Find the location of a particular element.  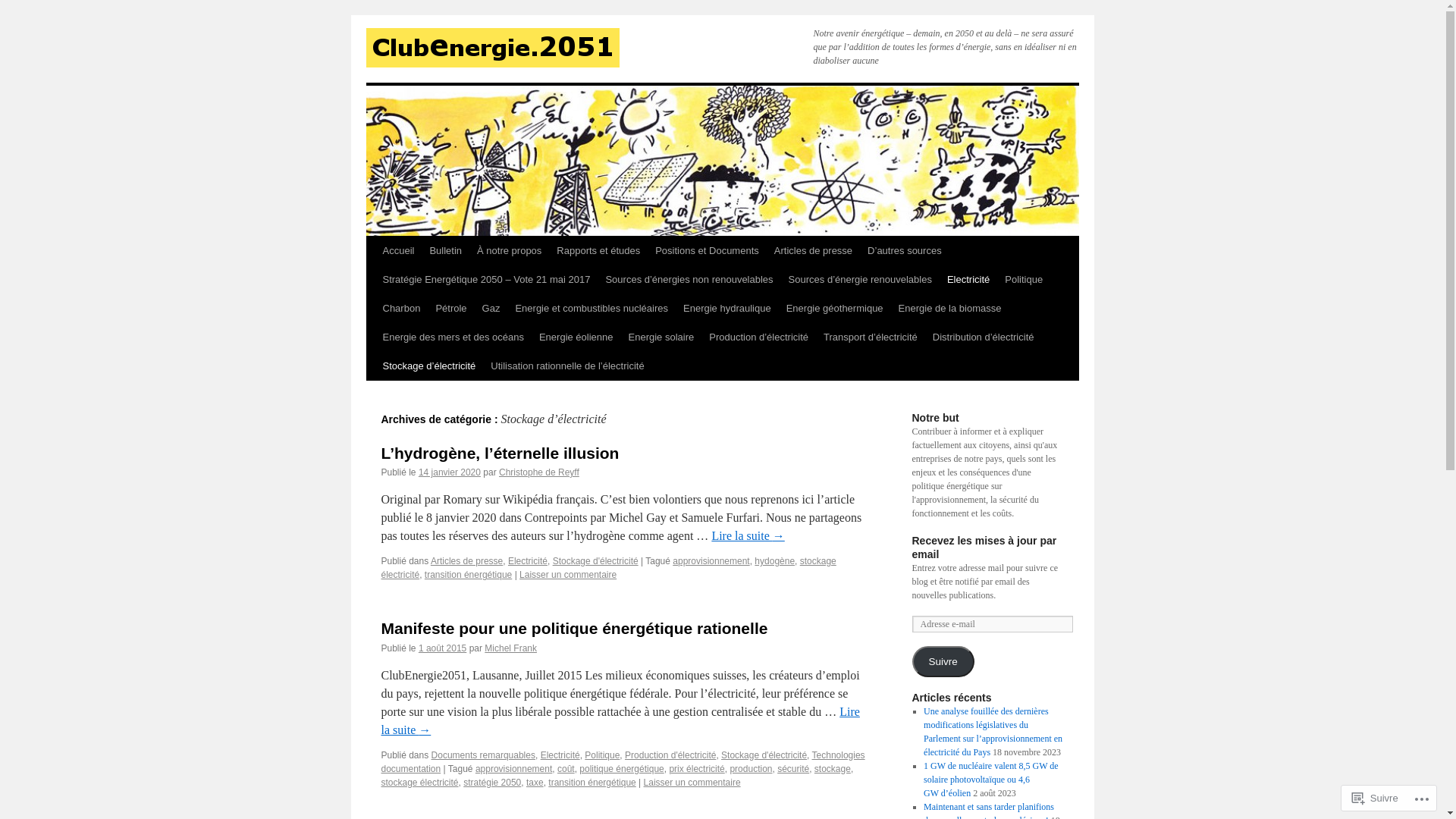

'Articles de presse' is located at coordinates (466, 561).